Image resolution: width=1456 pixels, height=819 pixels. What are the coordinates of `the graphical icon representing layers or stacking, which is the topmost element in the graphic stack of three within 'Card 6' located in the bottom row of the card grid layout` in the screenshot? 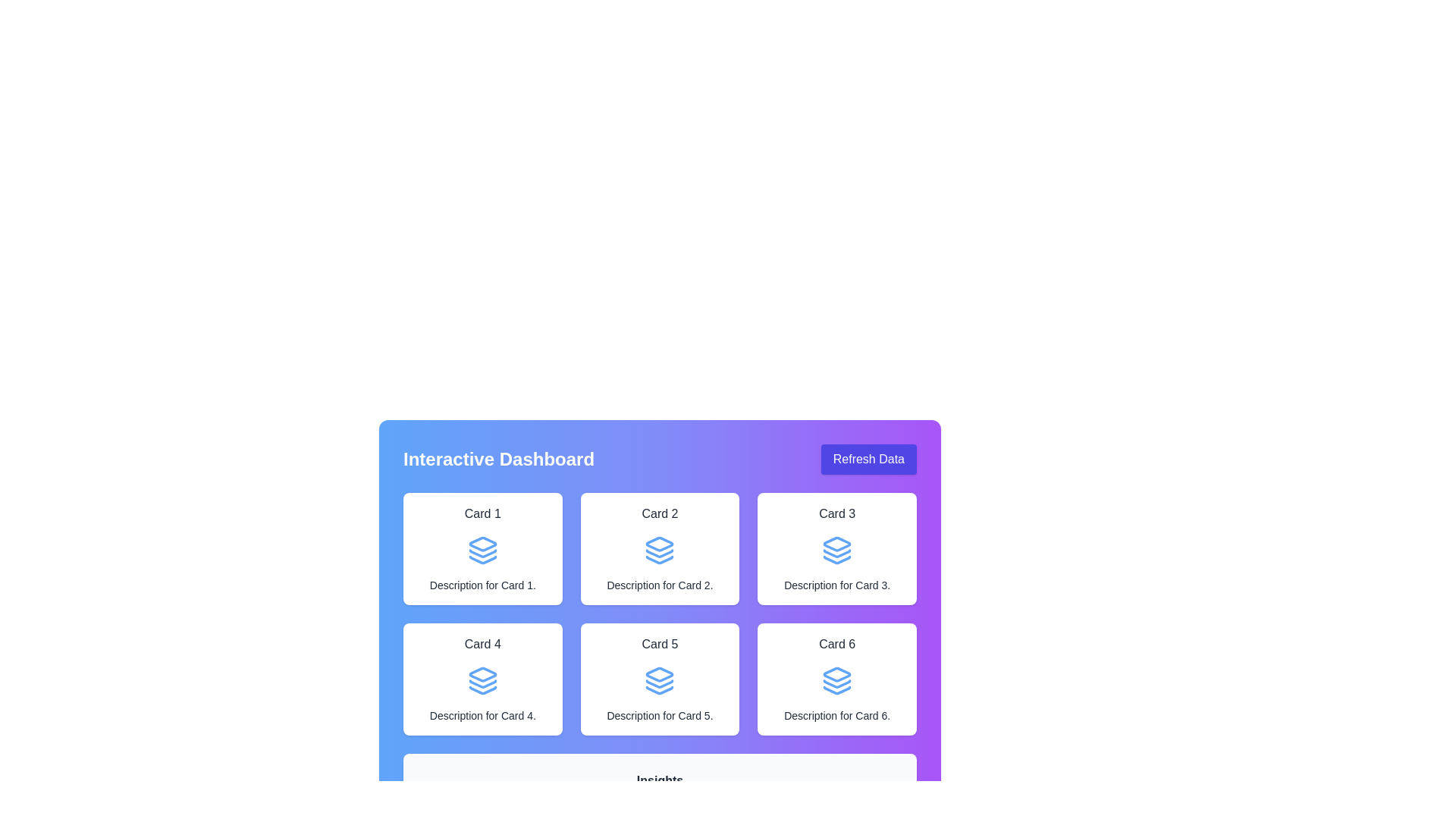 It's located at (836, 673).